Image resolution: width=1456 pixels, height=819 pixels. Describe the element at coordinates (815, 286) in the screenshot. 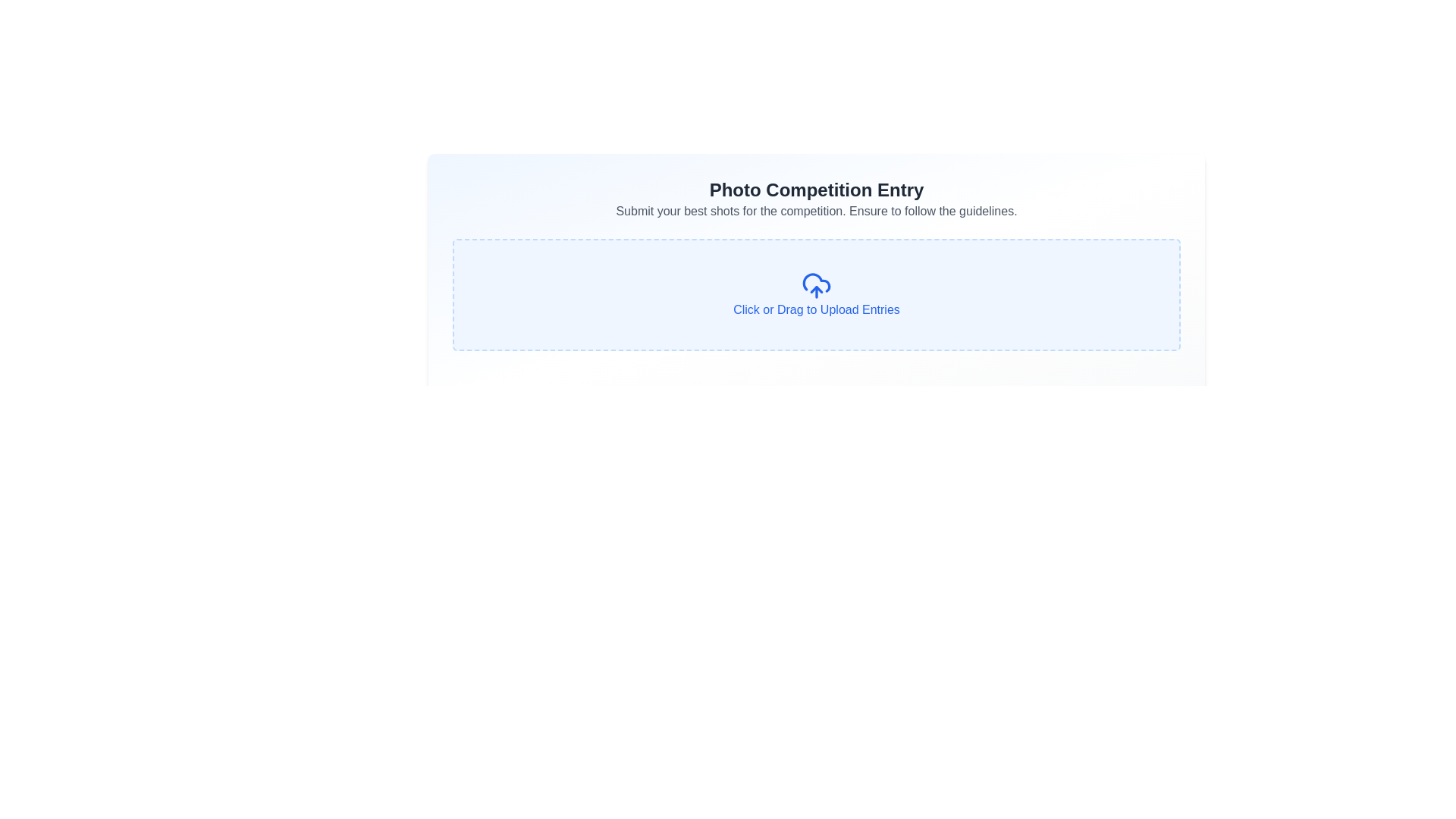

I see `the cloud-shaped upload icon with a blue color and an upwards arrow, which is located within the 'Click or Drag to Upload Entries' area` at that location.